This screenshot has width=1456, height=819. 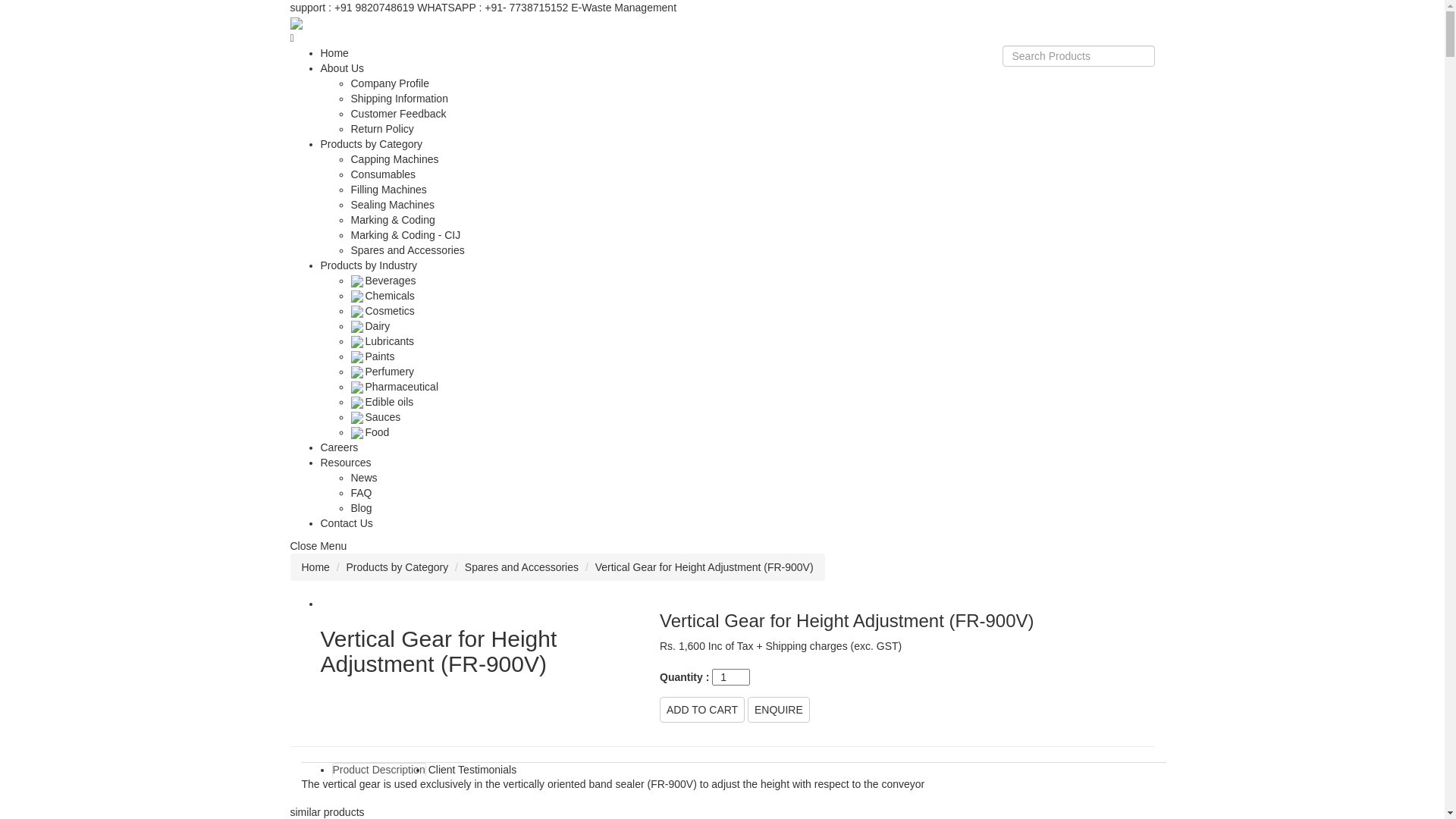 I want to click on '+91- 7738715152', so click(x=526, y=8).